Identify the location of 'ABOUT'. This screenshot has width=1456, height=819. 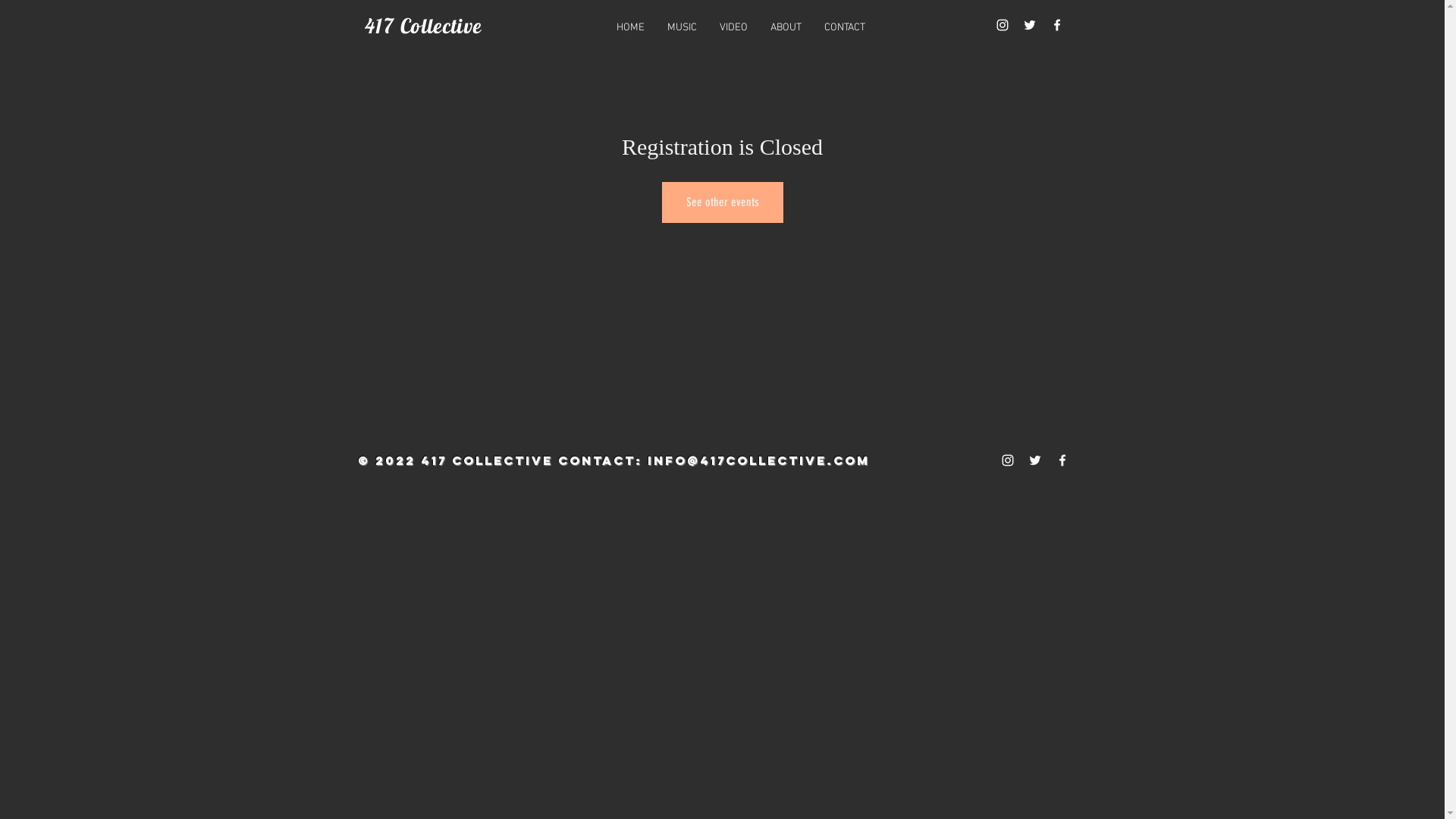
(786, 28).